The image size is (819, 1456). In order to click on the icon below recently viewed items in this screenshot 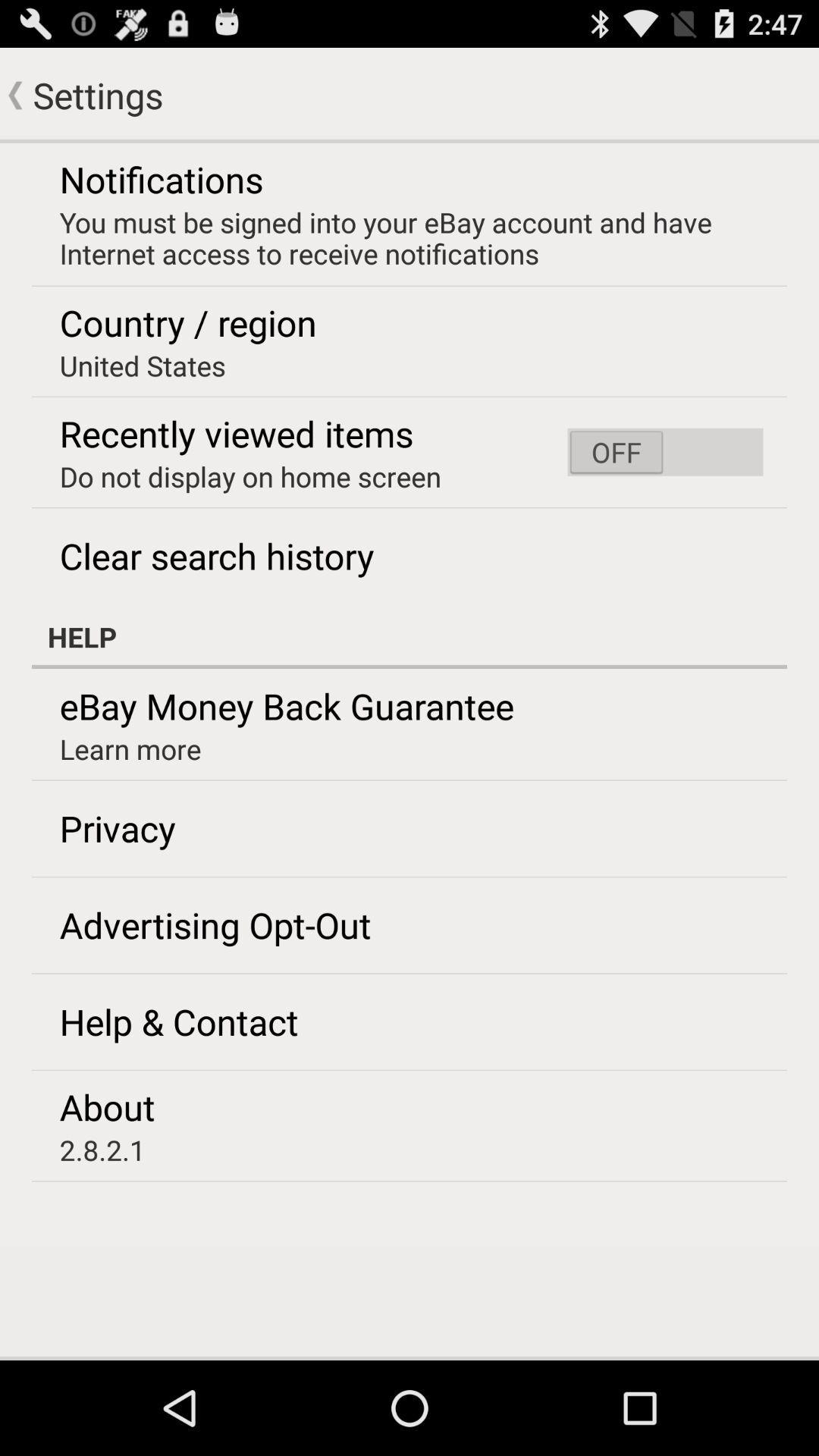, I will do `click(249, 475)`.